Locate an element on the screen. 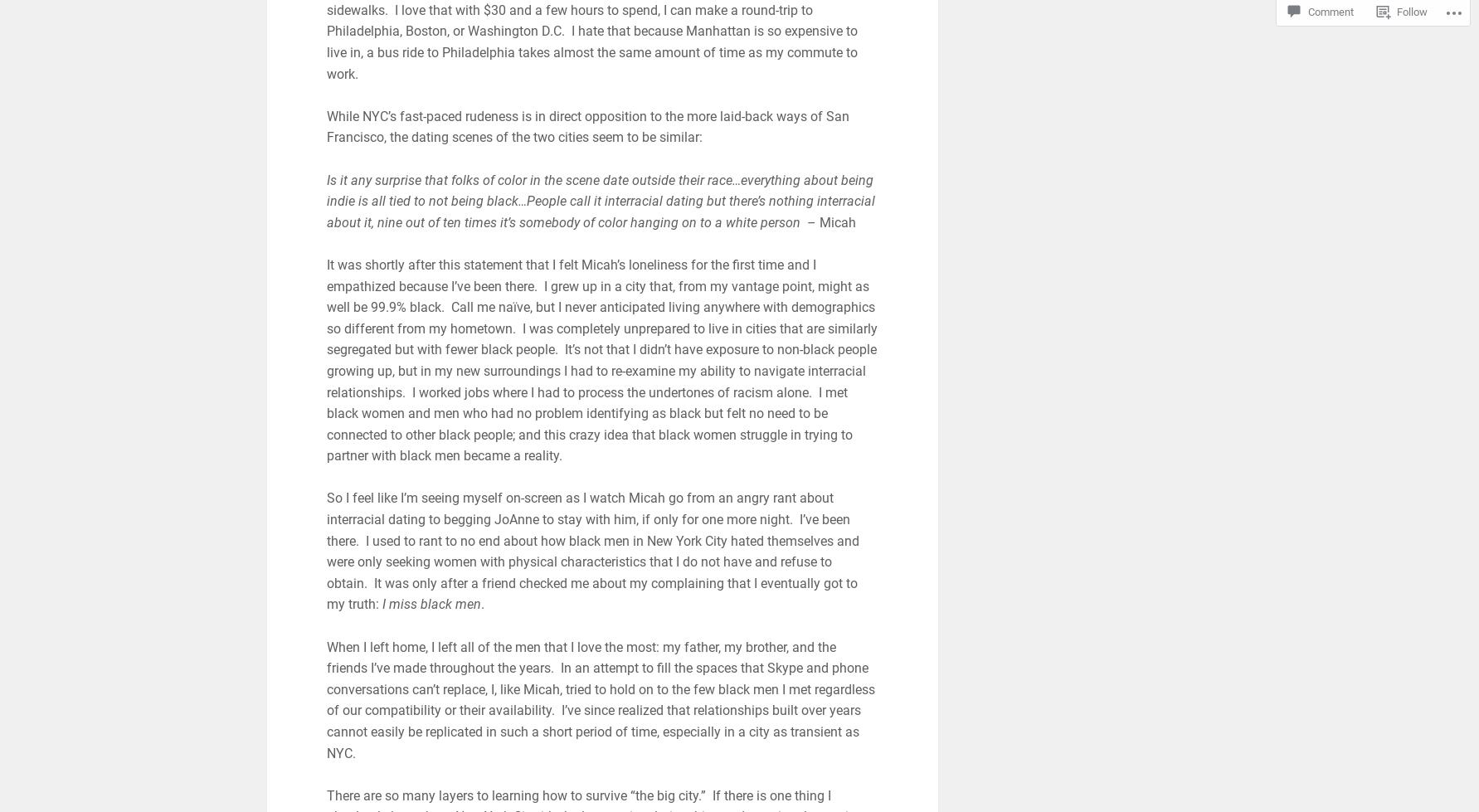  'Is it any surprise that folks of color in the scene date outside their race…everything about being indie is all tied to not being black…People call it interracial dating but there’s nothing interracial about it, nine out of ten times it’s somebody of color hanging on to a white person' is located at coordinates (599, 201).